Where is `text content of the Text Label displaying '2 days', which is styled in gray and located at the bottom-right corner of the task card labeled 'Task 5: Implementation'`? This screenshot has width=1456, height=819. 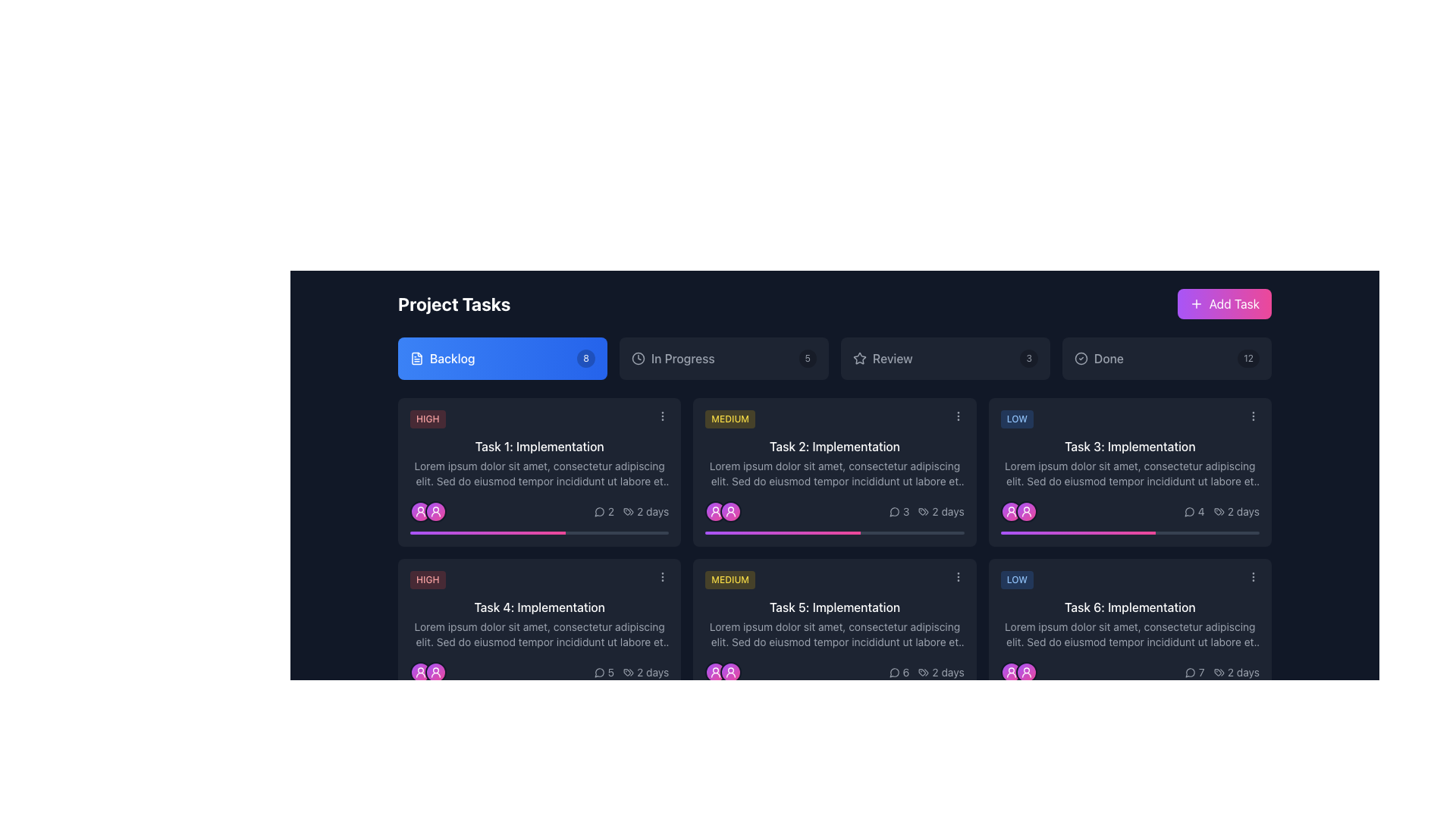
text content of the Text Label displaying '2 days', which is styled in gray and located at the bottom-right corner of the task card labeled 'Task 5: Implementation' is located at coordinates (947, 672).